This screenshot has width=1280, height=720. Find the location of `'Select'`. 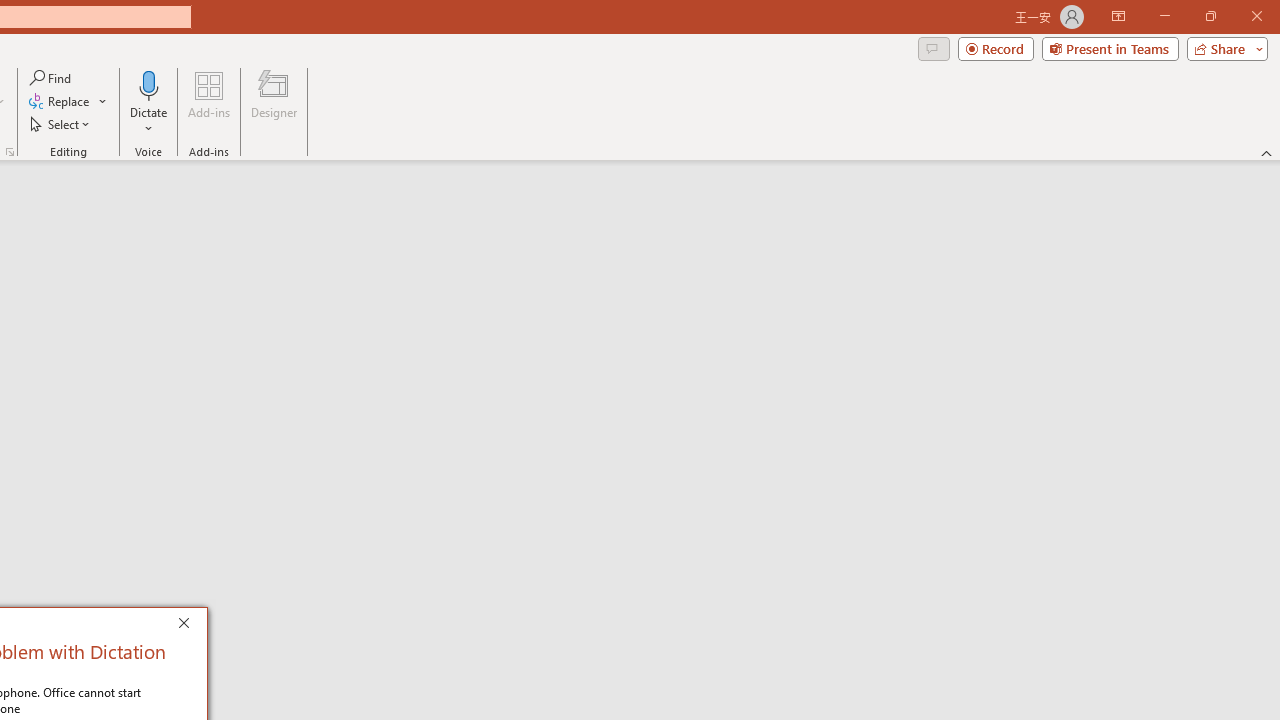

'Select' is located at coordinates (61, 124).